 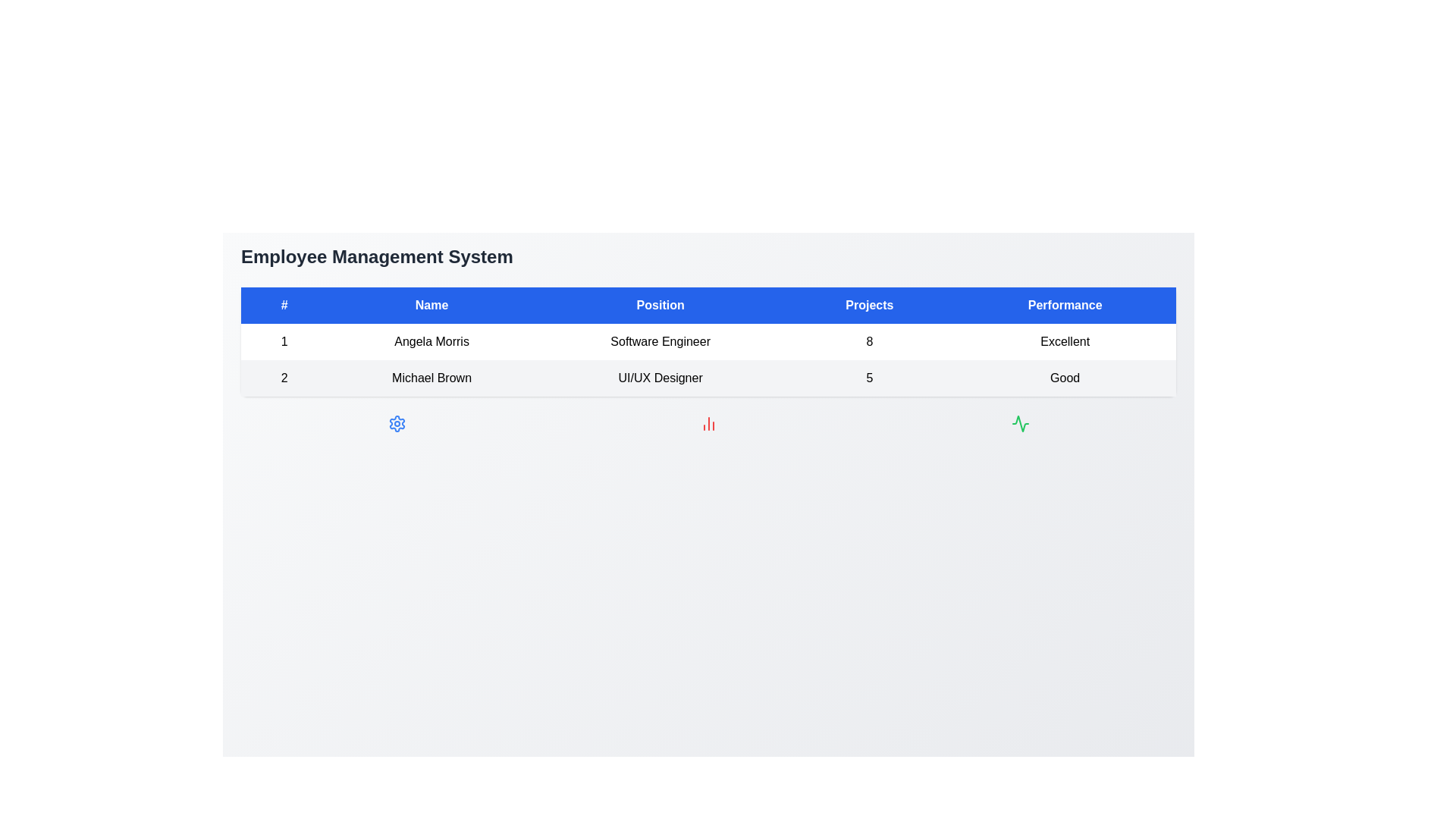 What do you see at coordinates (284, 377) in the screenshot?
I see `the text content representing the order identifier '2' located in the first column of the second row of the table, adjacent to 'Michael Brown'` at bounding box center [284, 377].